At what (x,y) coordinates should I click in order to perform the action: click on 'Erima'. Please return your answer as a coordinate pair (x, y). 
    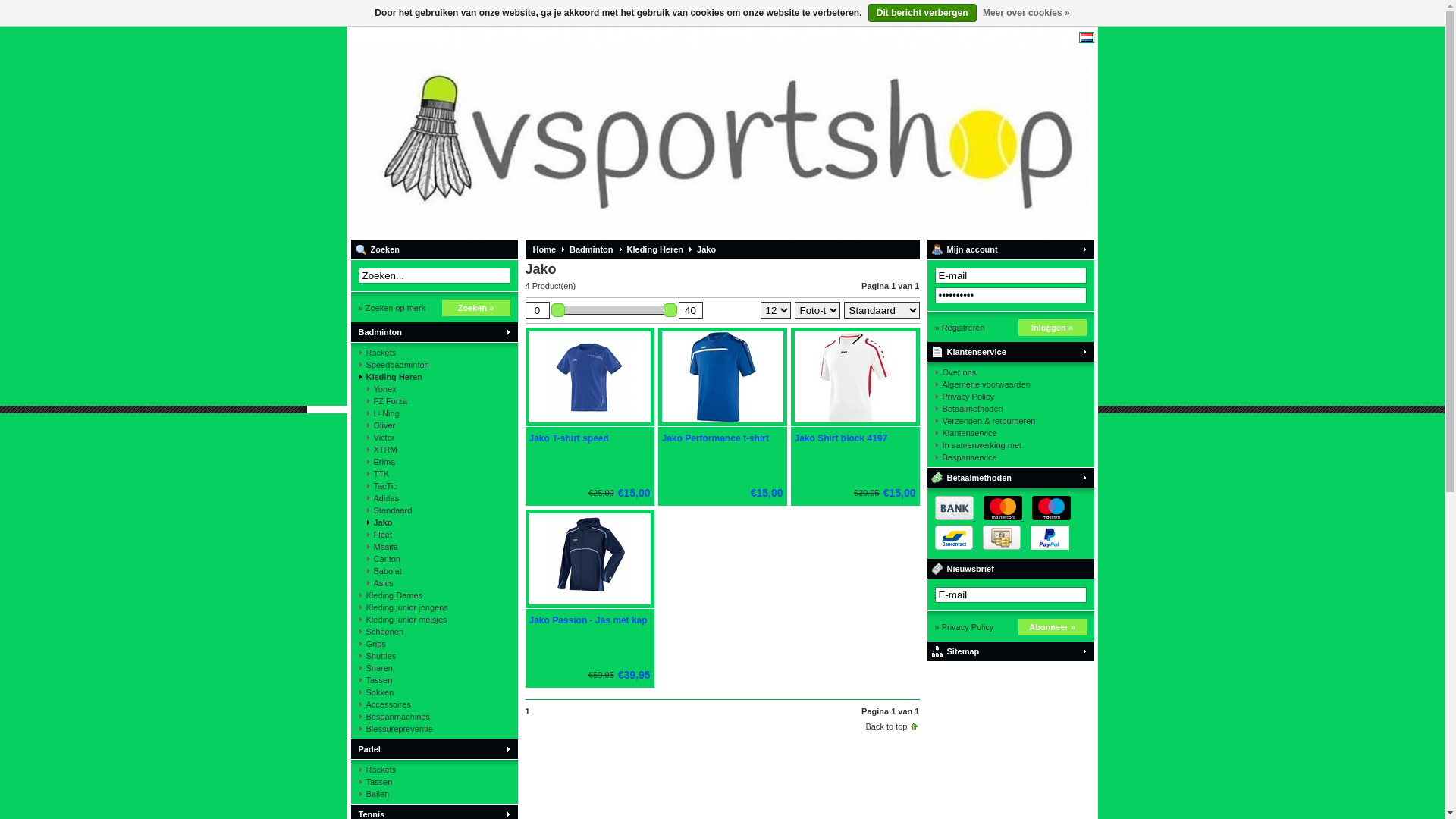
    Looking at the image, I should click on (432, 461).